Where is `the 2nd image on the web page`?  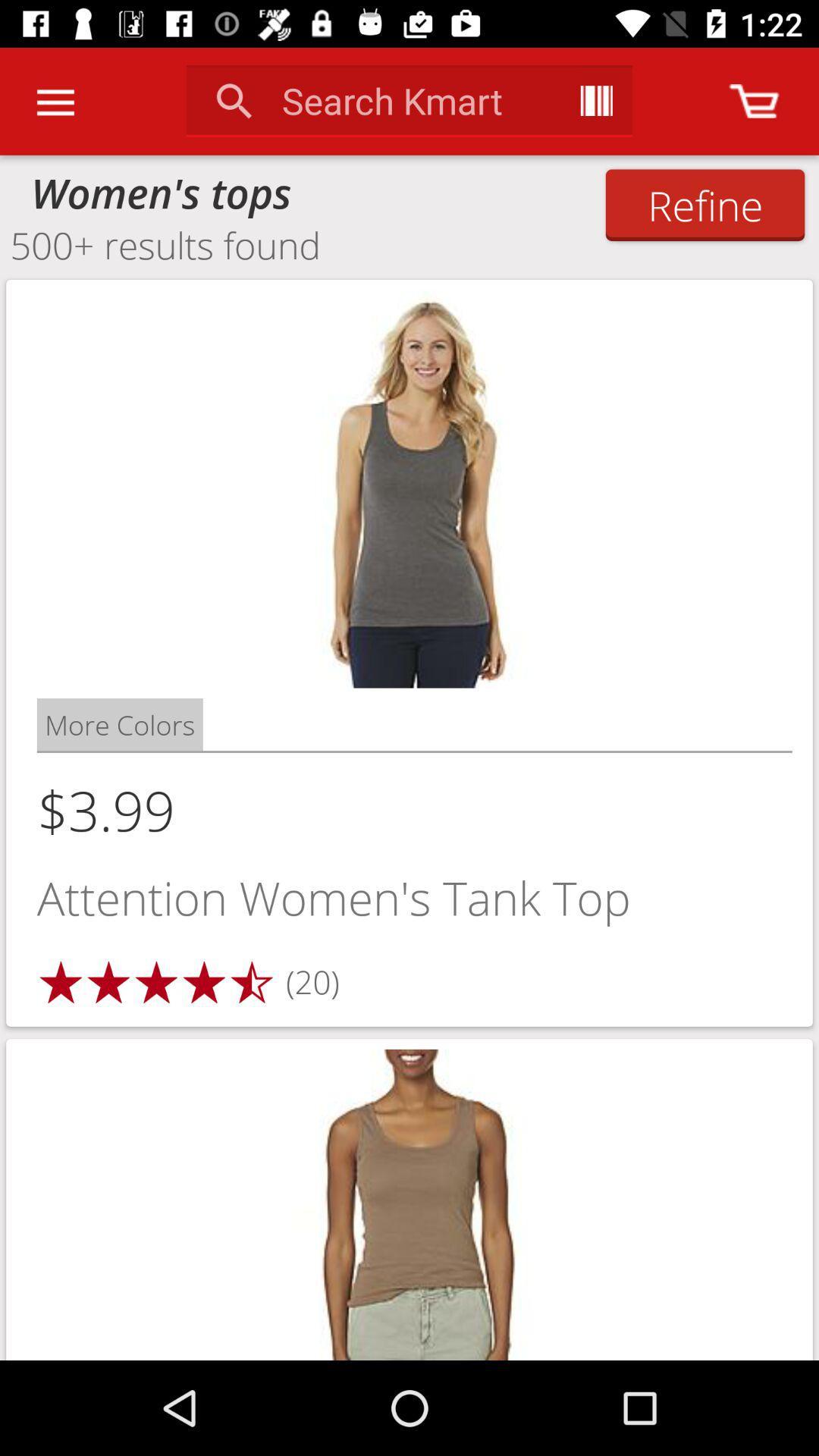
the 2nd image on the web page is located at coordinates (409, 1199).